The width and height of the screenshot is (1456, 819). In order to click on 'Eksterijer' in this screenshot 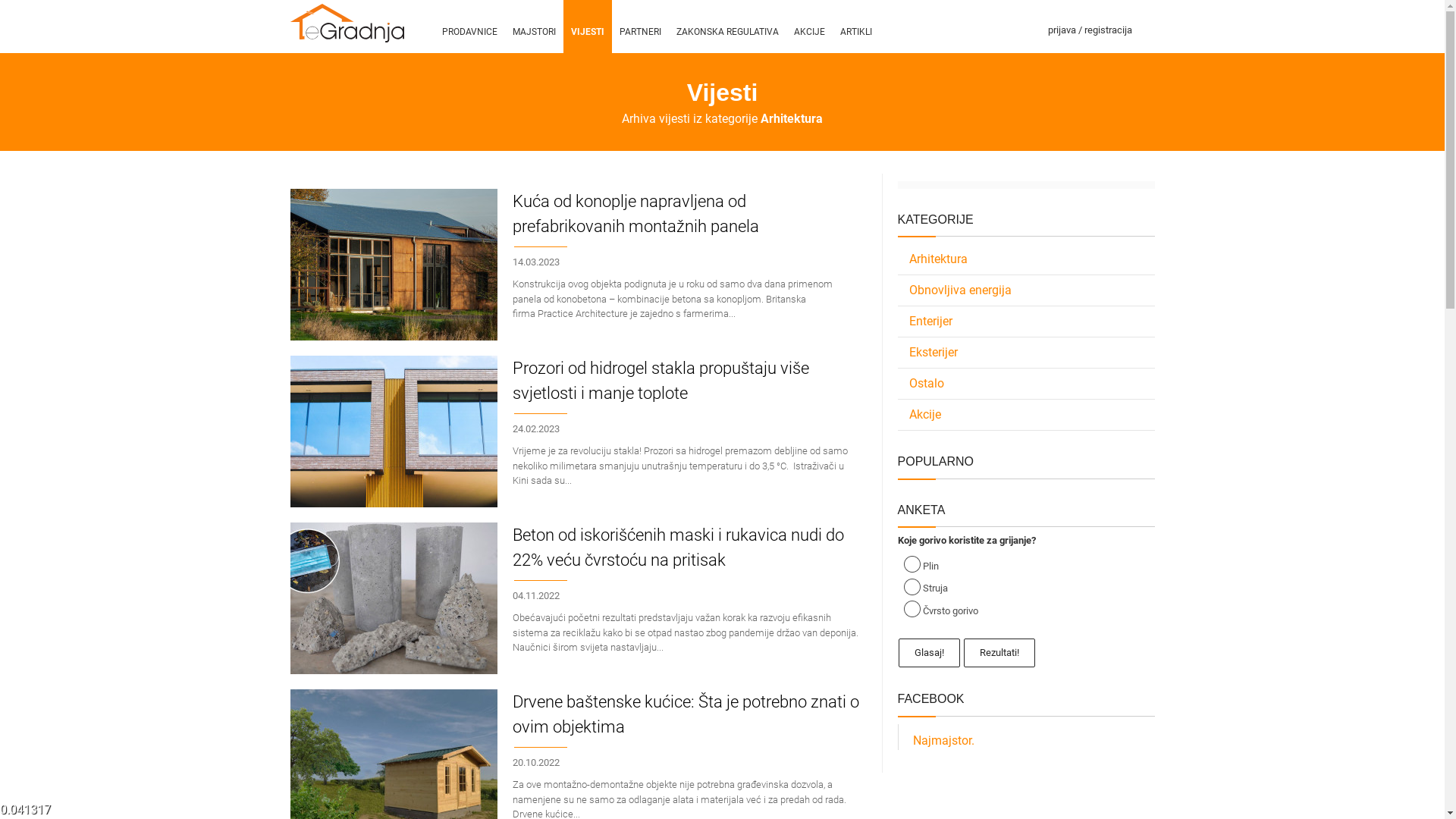, I will do `click(1026, 353)`.